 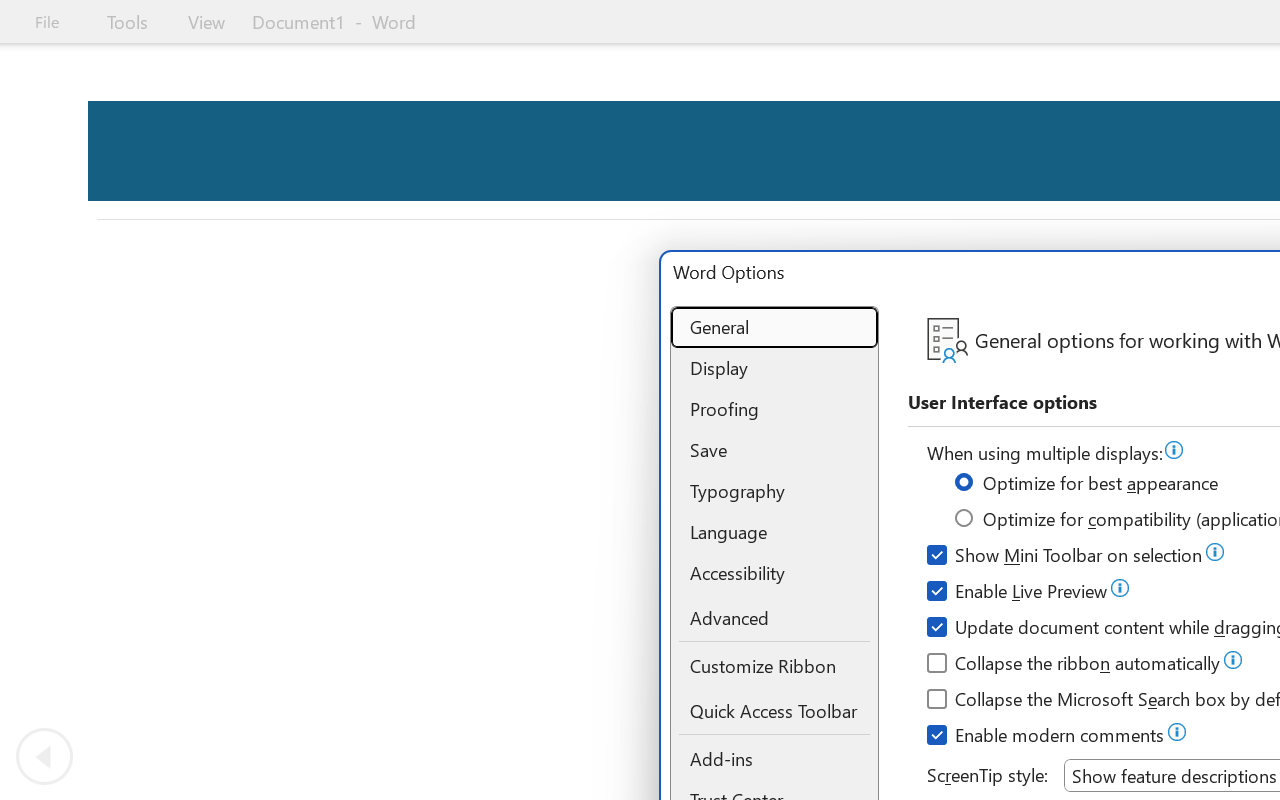 I want to click on 'Add-ins', so click(x=773, y=759).